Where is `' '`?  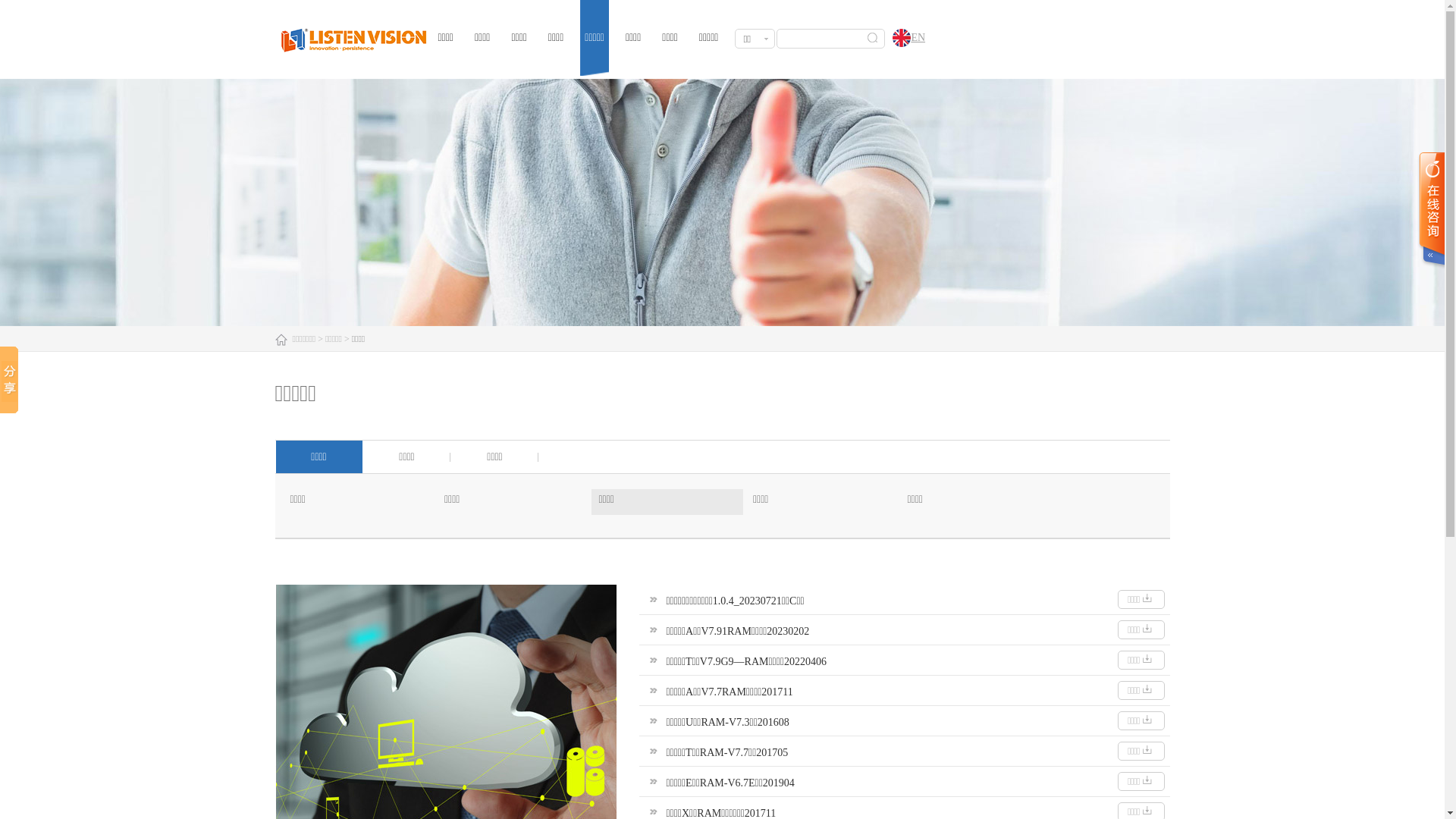 ' ' is located at coordinates (1429, 210).